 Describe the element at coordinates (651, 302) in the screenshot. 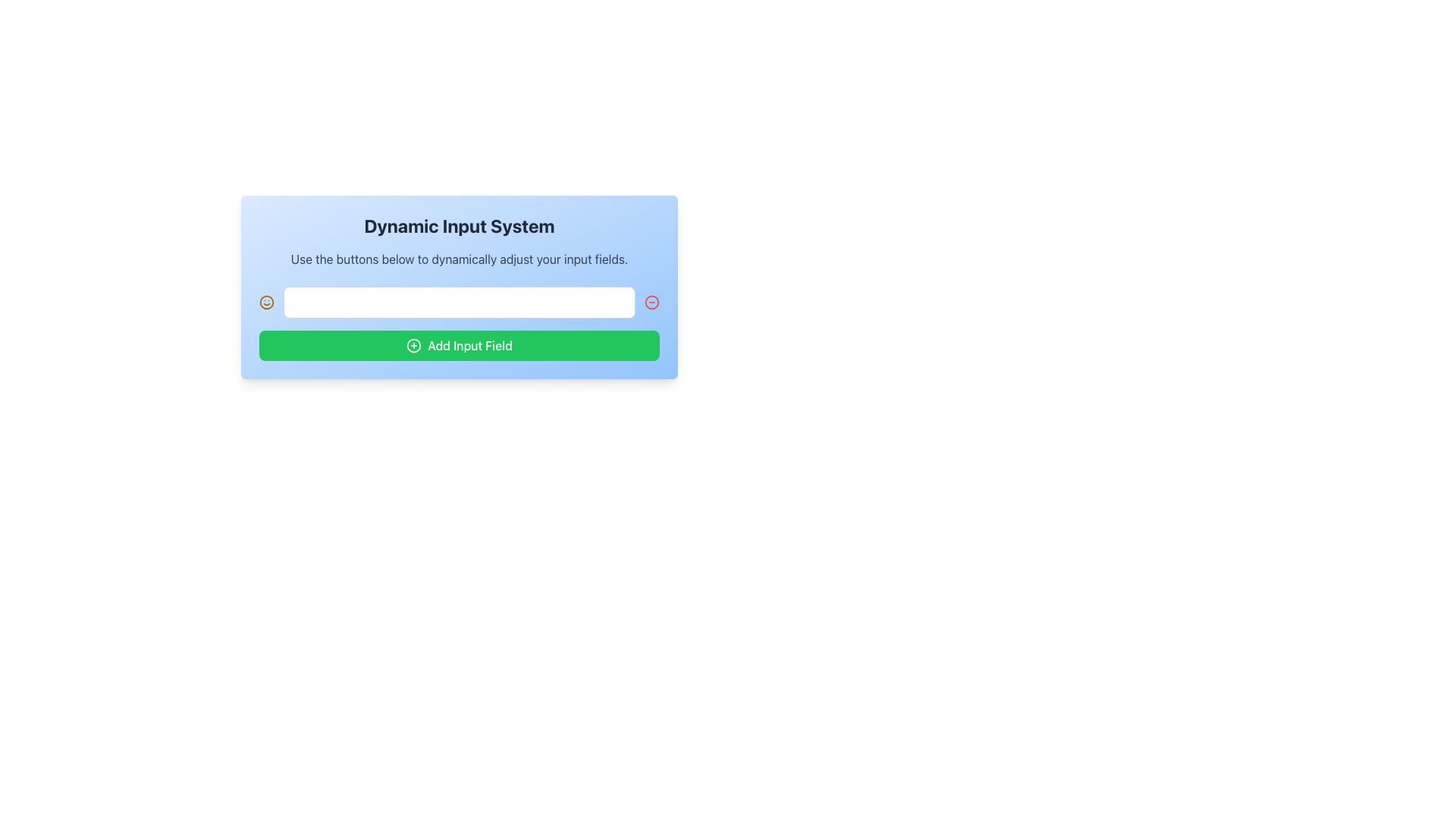

I see `the circular outline element within the SVG component, which is positioned near the input field on the right side of the form` at that location.